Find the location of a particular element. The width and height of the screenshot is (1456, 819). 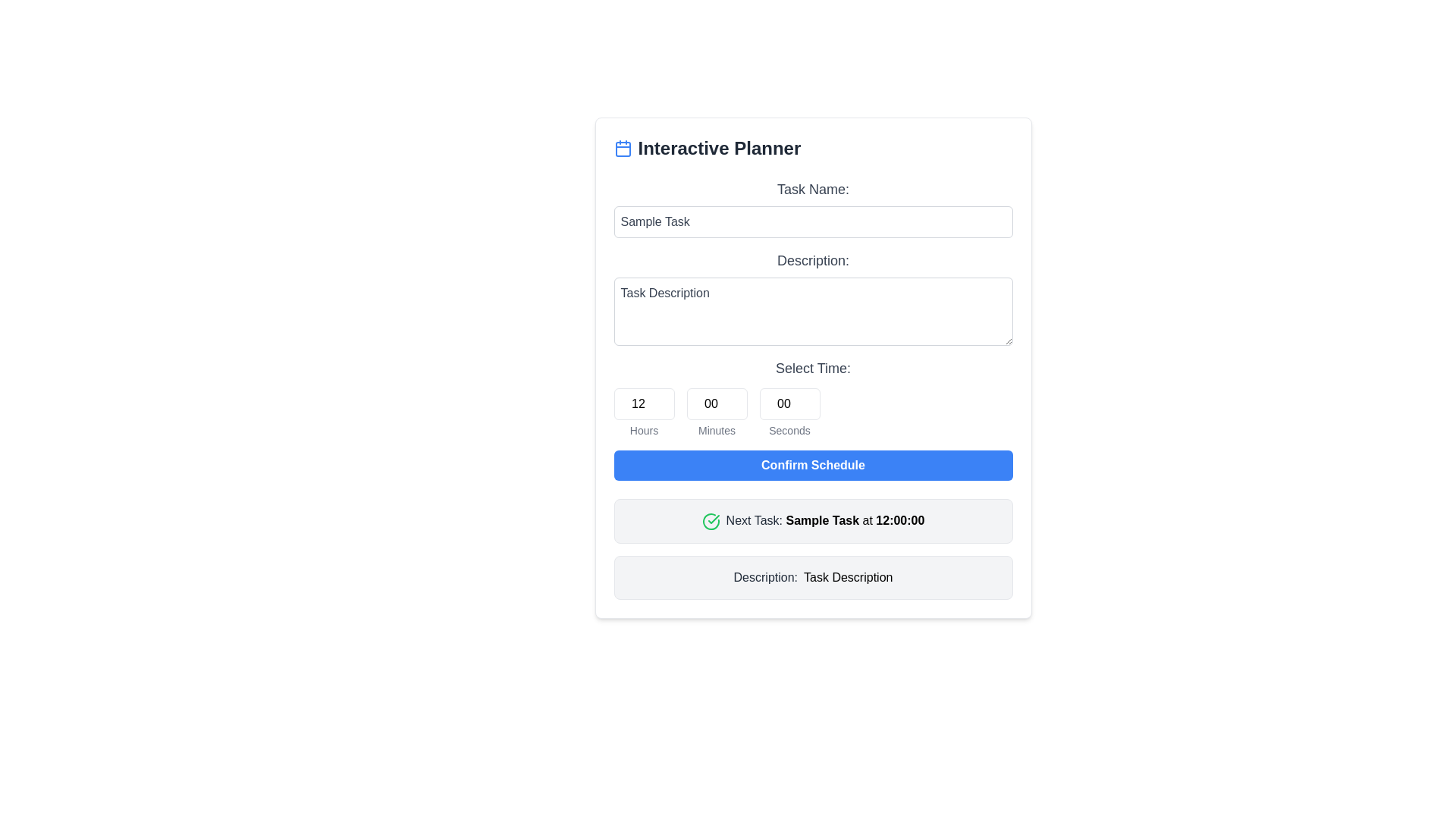

keyboard shortcuts is located at coordinates (812, 311).